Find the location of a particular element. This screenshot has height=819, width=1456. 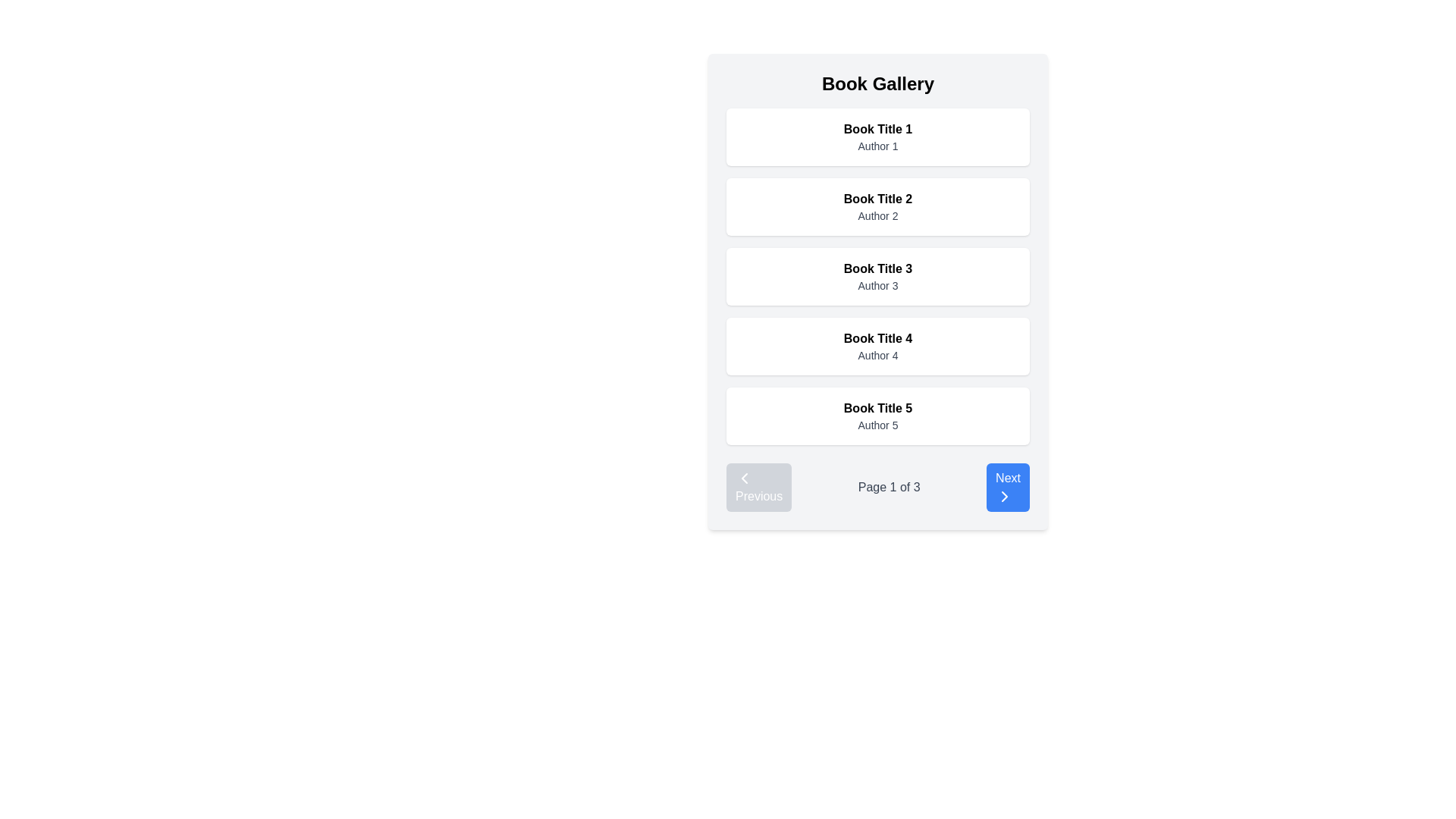

the text label indicating the author of 'Book Title 1' in the first card of the vertically stacked list is located at coordinates (877, 146).